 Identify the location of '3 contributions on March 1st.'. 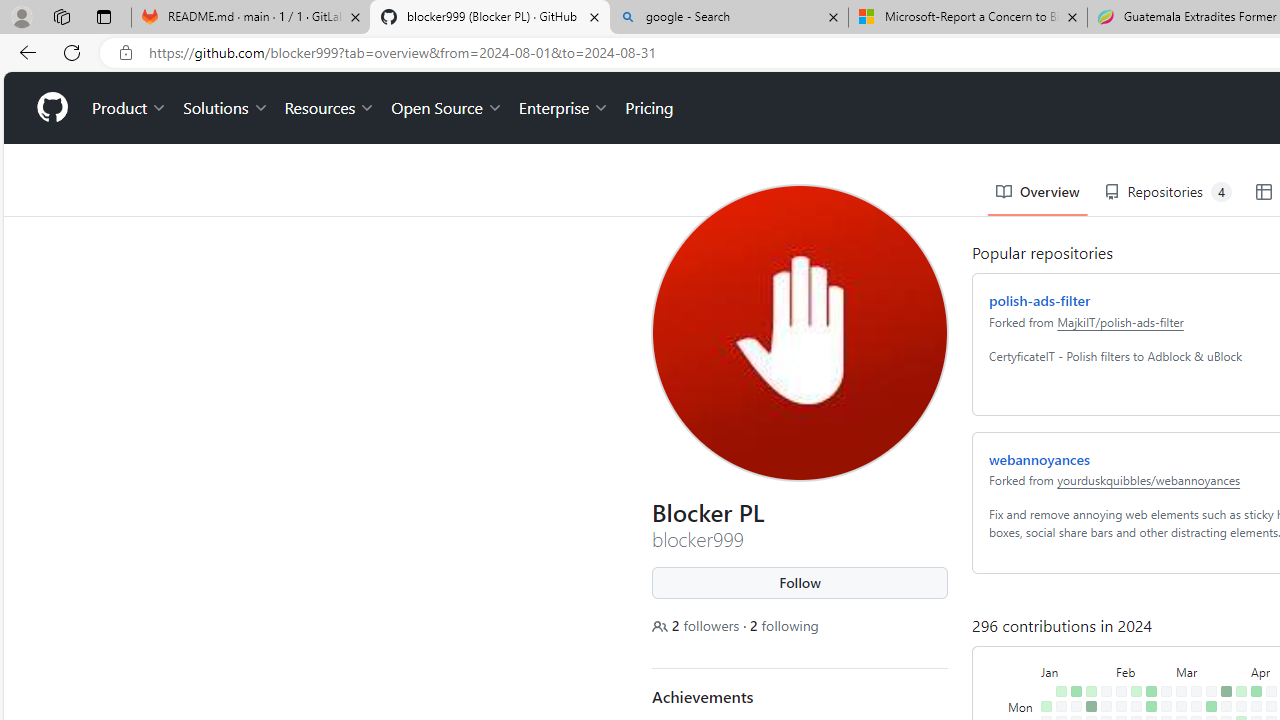
(1162, 693).